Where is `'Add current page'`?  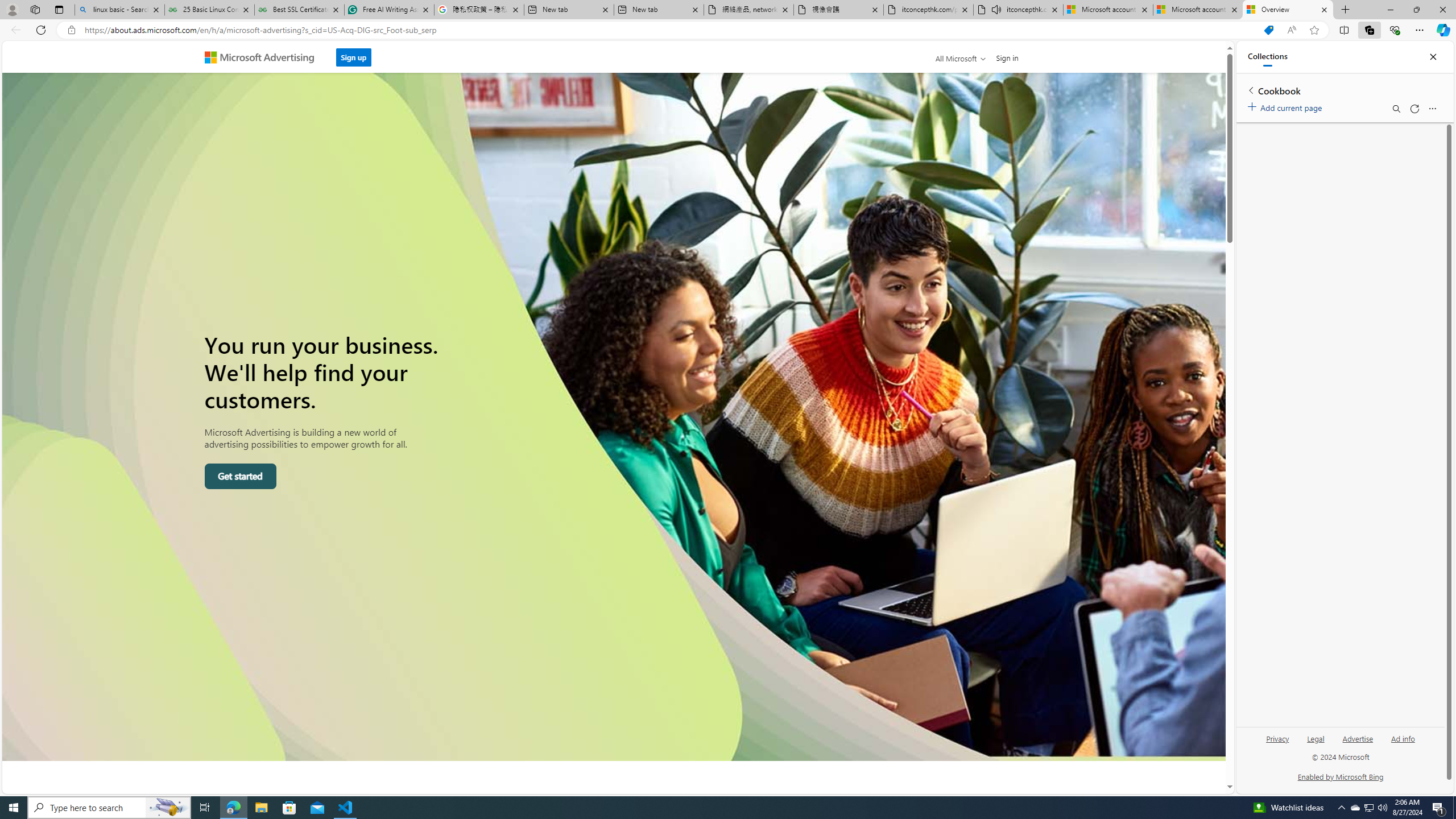
'Add current page' is located at coordinates (1287, 105).